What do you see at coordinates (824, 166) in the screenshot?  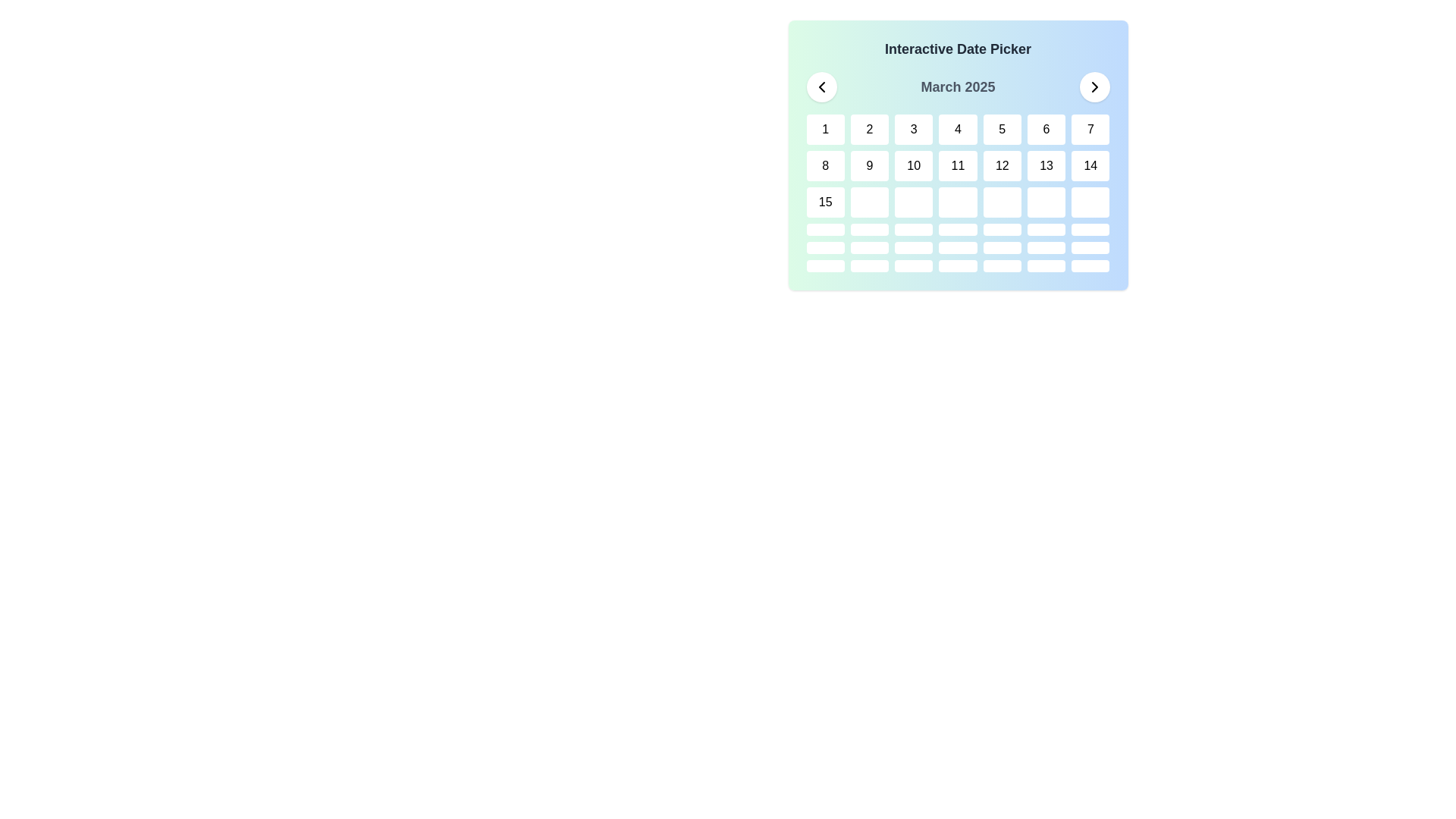 I see `the white rounded square button displaying the number '8' in the center of a date picker interface` at bounding box center [824, 166].